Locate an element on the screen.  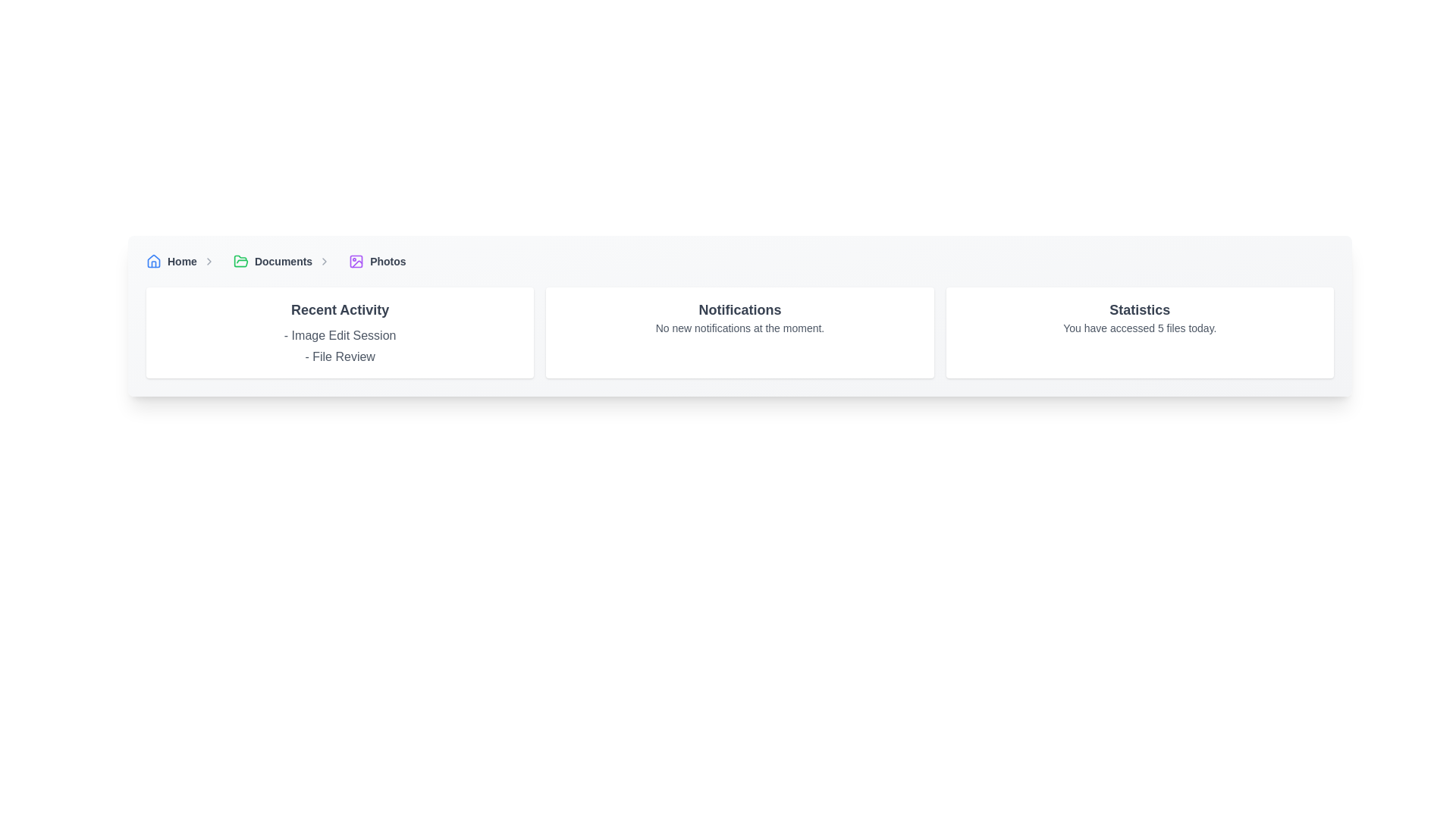
the open folder icon in the navigation breadcrumb interface, which represents the 'Documents' section is located at coordinates (240, 260).